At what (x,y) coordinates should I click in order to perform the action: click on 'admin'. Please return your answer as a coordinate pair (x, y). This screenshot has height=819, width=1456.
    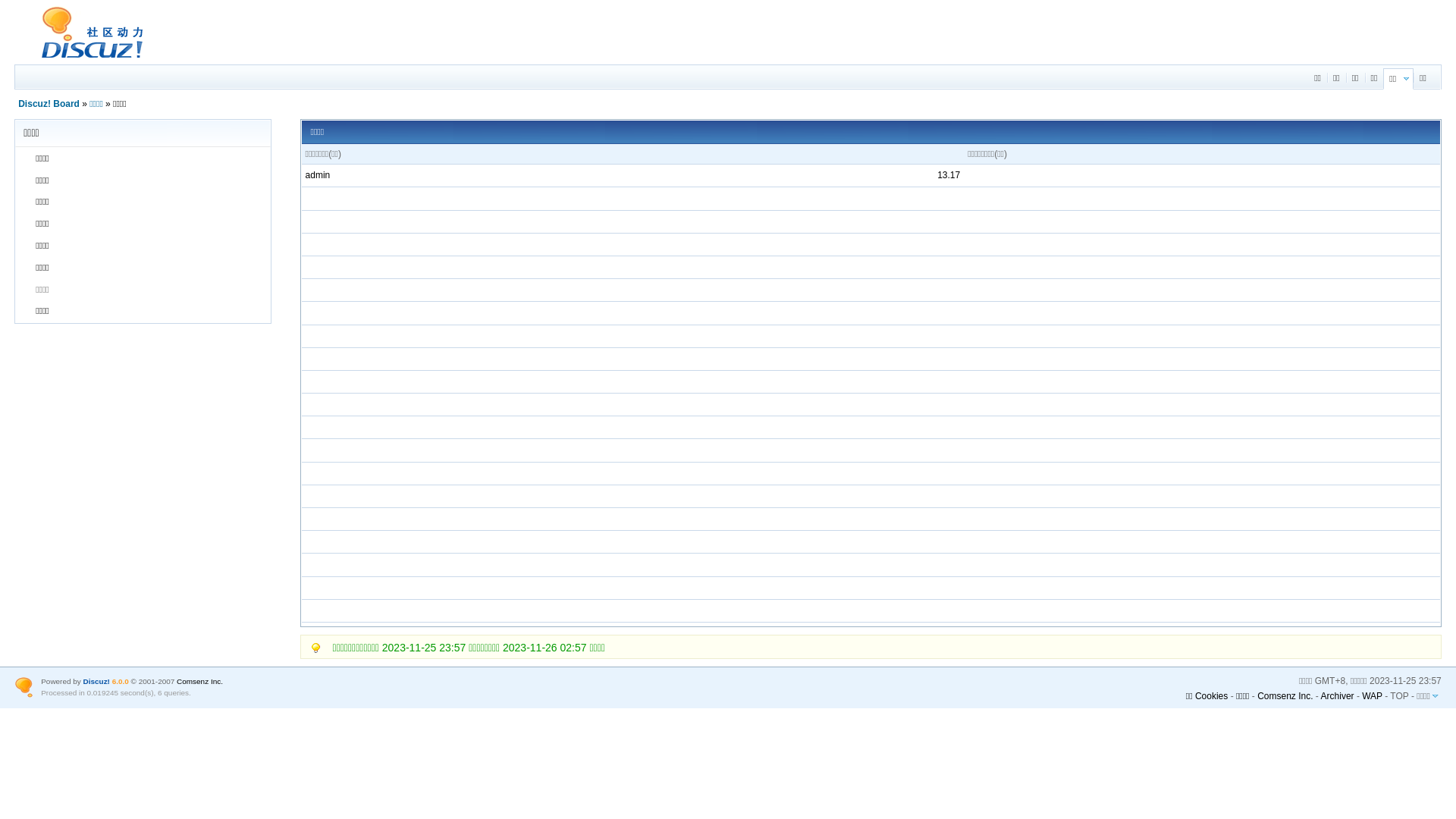
    Looking at the image, I should click on (317, 174).